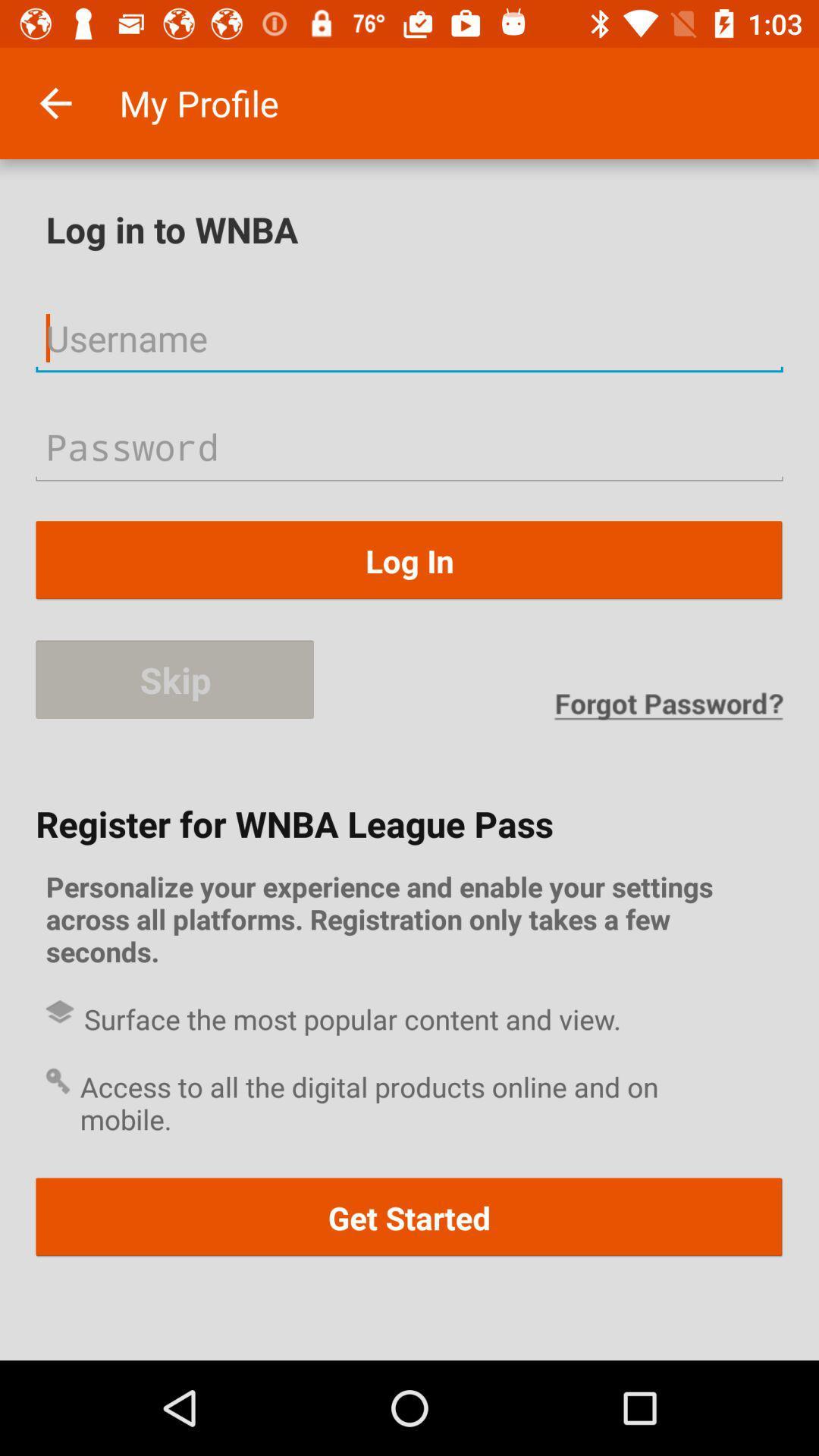 The image size is (819, 1456). I want to click on icon next to my profile, so click(55, 102).